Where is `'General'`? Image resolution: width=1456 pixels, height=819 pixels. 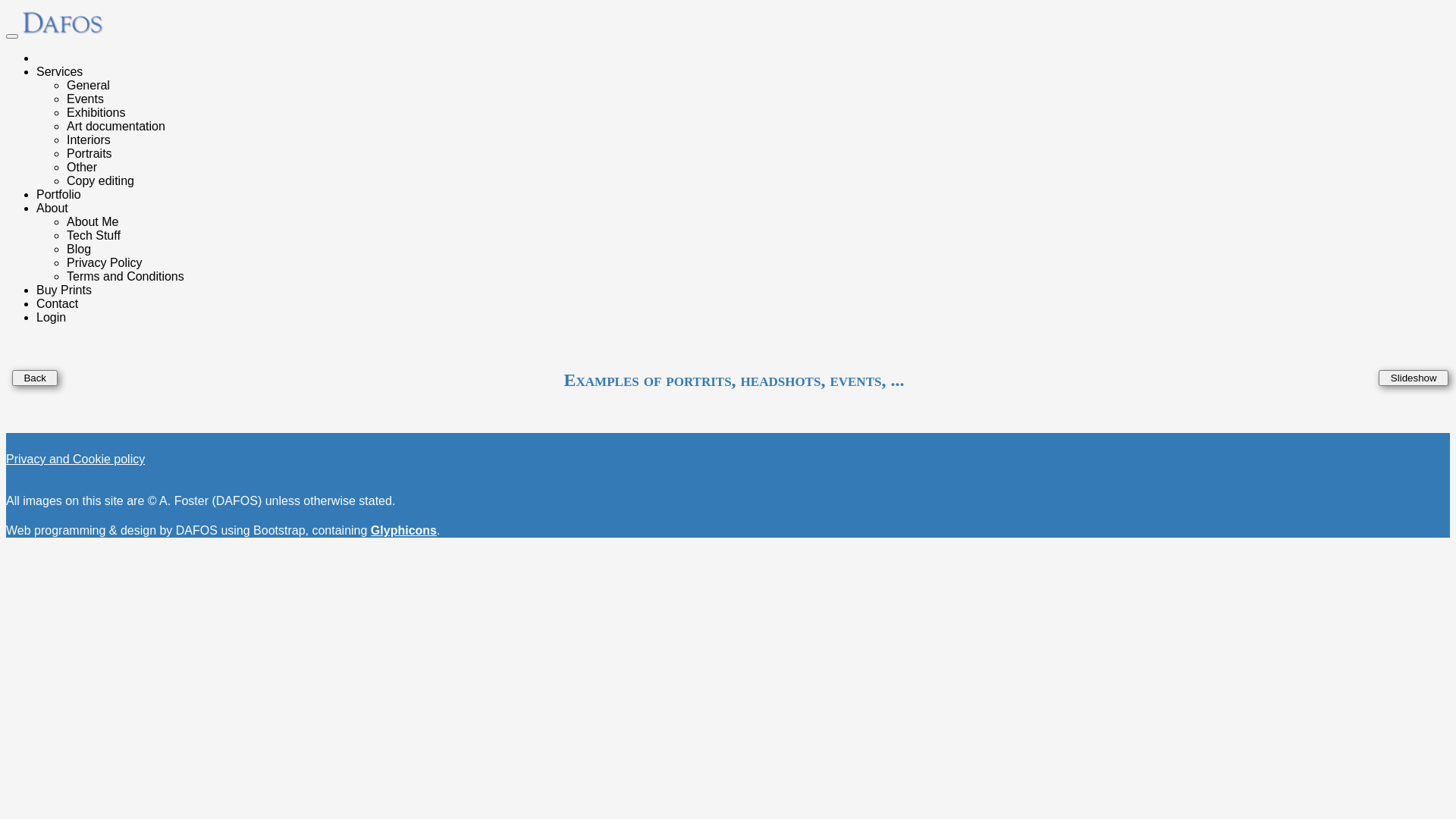
'General' is located at coordinates (65, 85).